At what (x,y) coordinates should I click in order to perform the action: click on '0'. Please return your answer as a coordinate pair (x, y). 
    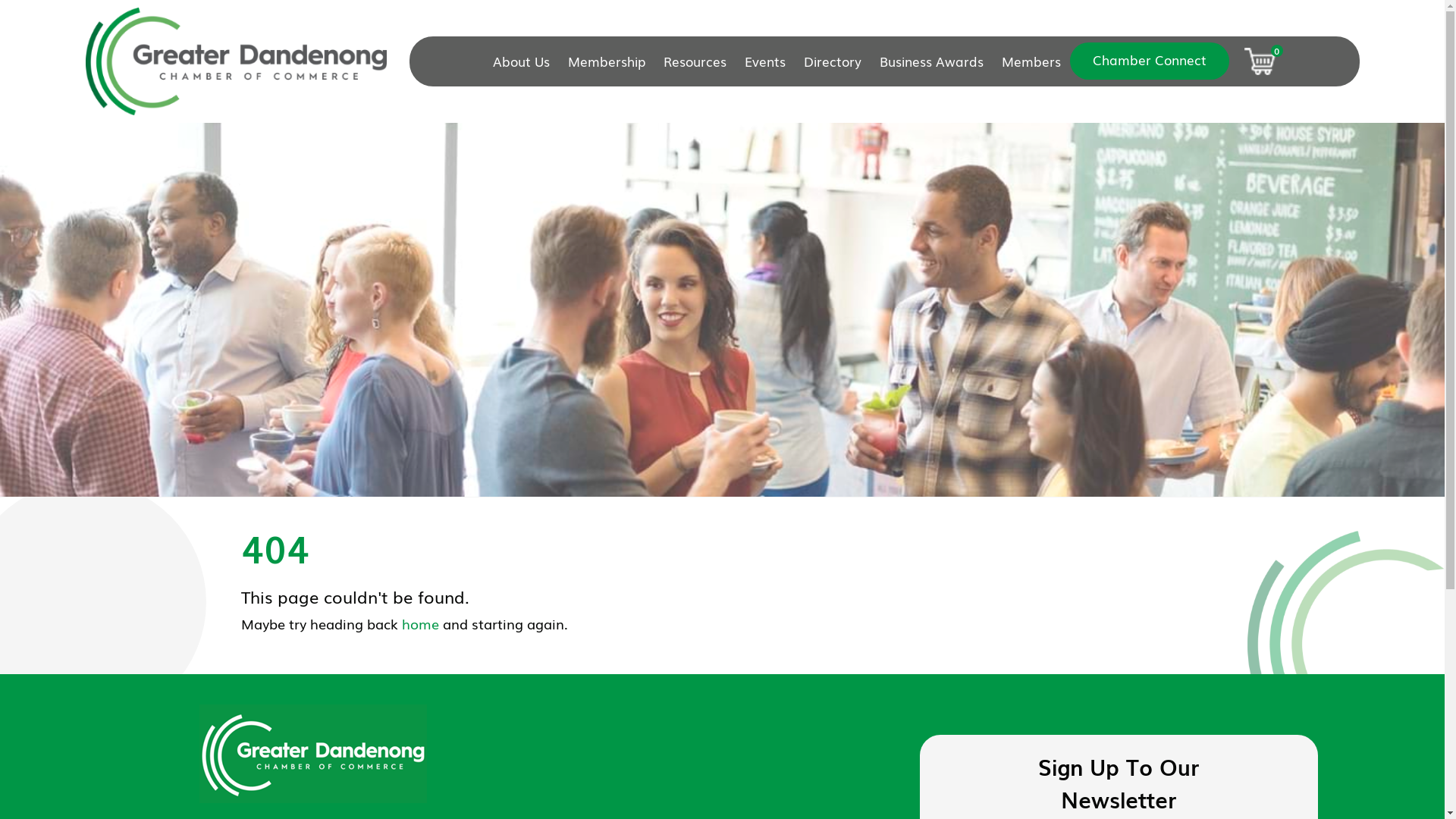
    Looking at the image, I should click on (1260, 61).